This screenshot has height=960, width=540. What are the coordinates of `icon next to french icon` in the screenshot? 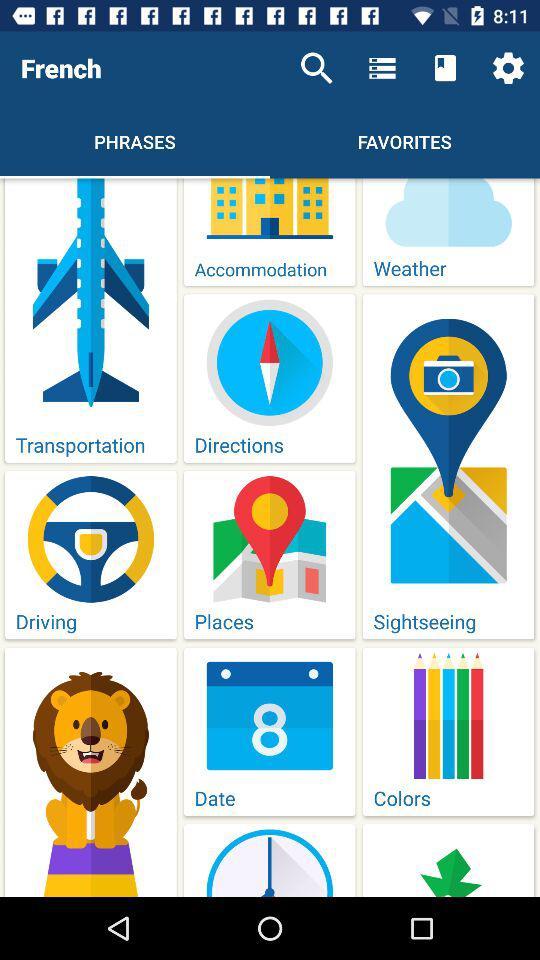 It's located at (316, 68).